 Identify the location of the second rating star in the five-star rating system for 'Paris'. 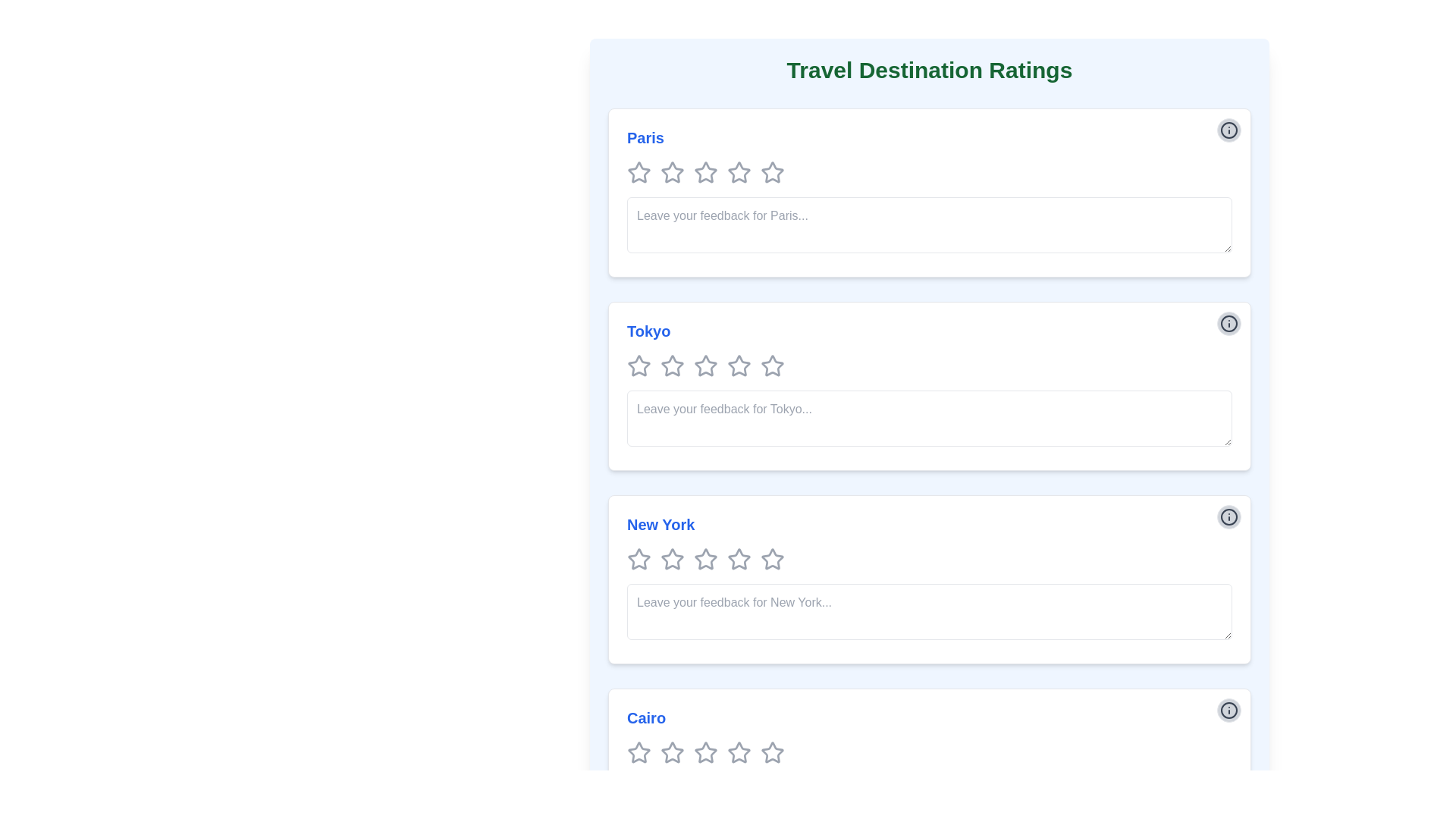
(772, 171).